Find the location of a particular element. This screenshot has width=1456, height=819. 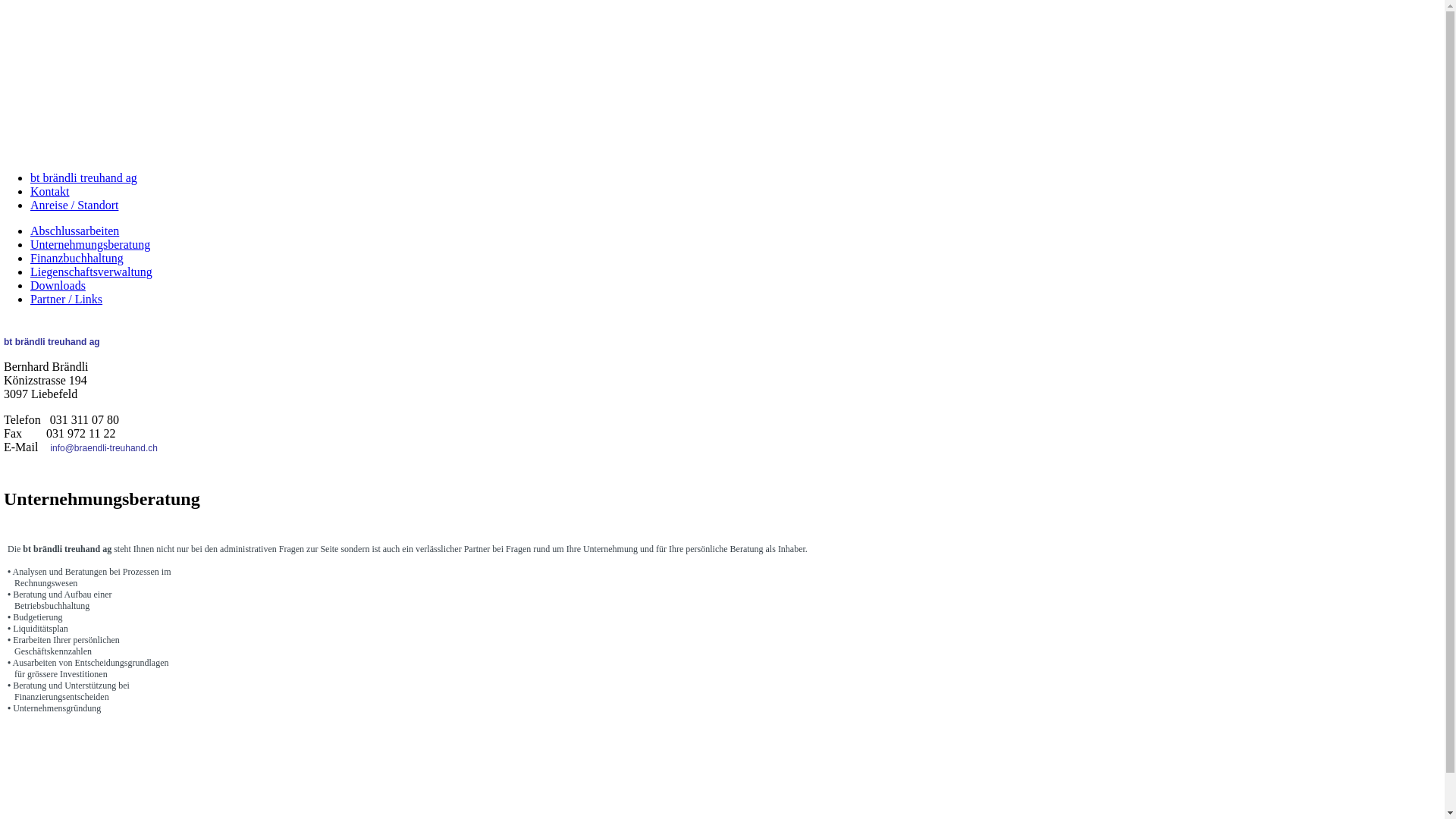

'Anreise / Standort' is located at coordinates (73, 205).